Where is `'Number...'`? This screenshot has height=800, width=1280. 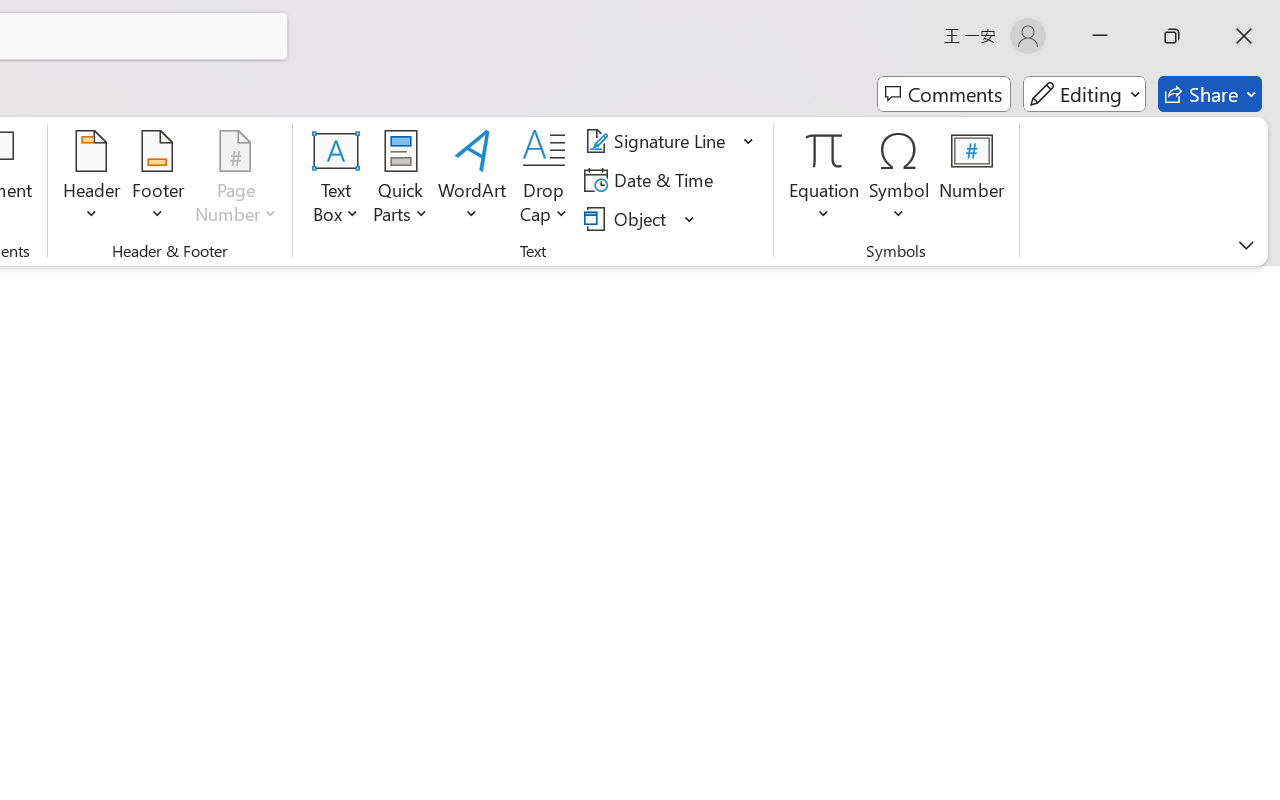
'Number...' is located at coordinates (972, 179).